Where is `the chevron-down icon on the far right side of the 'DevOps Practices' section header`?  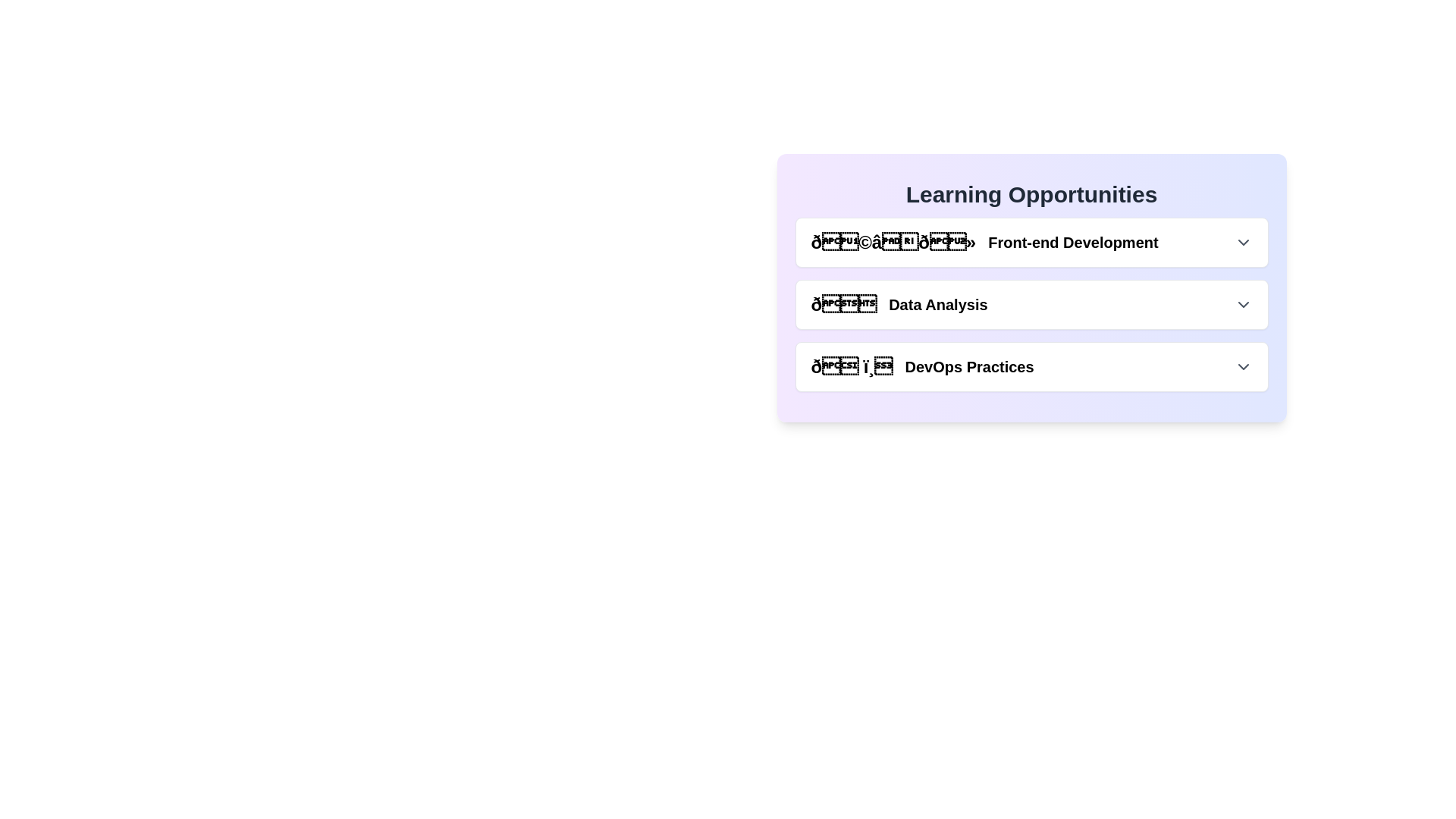
the chevron-down icon on the far right side of the 'DevOps Practices' section header is located at coordinates (1243, 366).